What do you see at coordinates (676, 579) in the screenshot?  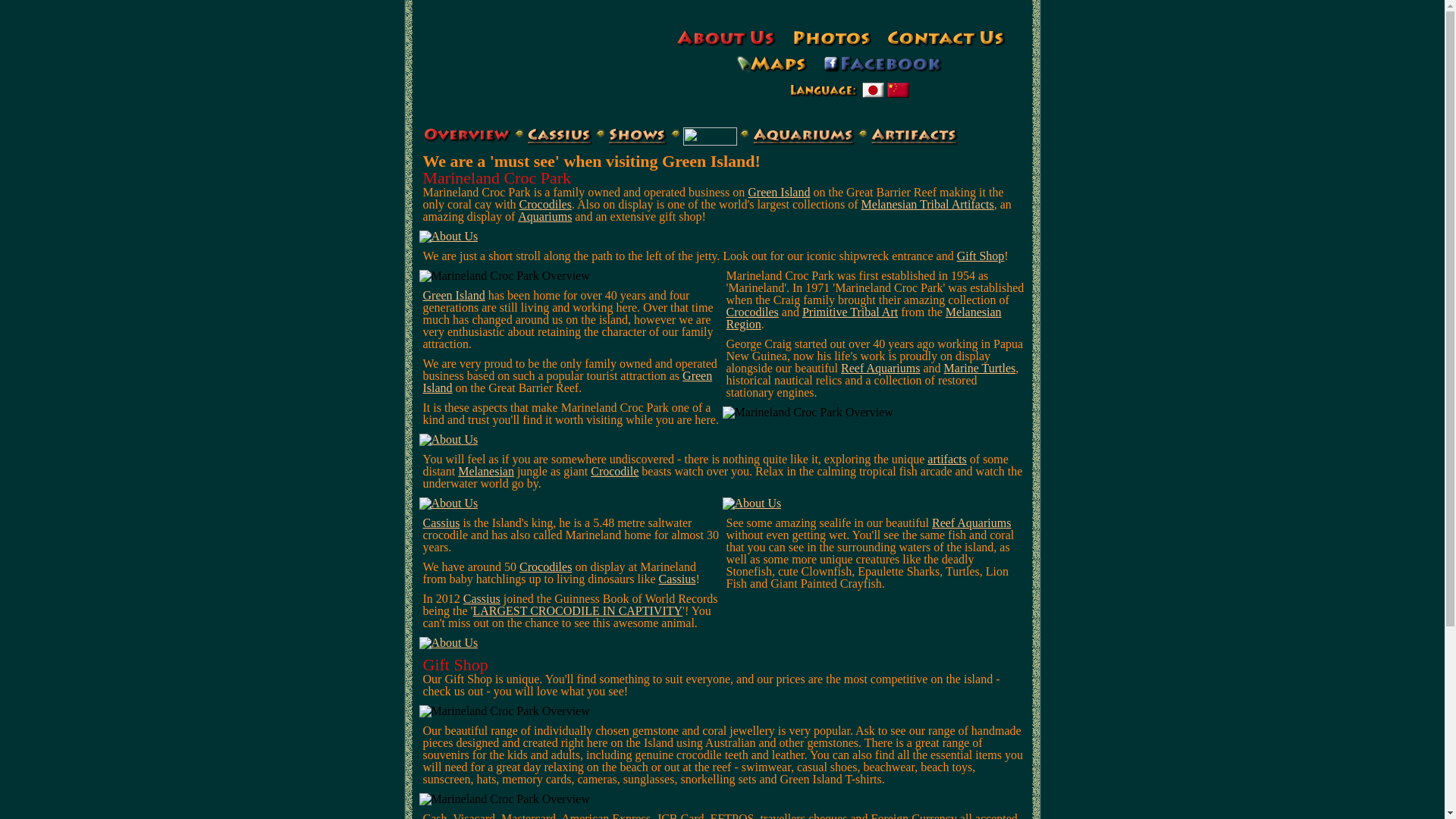 I see `'Cassius'` at bounding box center [676, 579].